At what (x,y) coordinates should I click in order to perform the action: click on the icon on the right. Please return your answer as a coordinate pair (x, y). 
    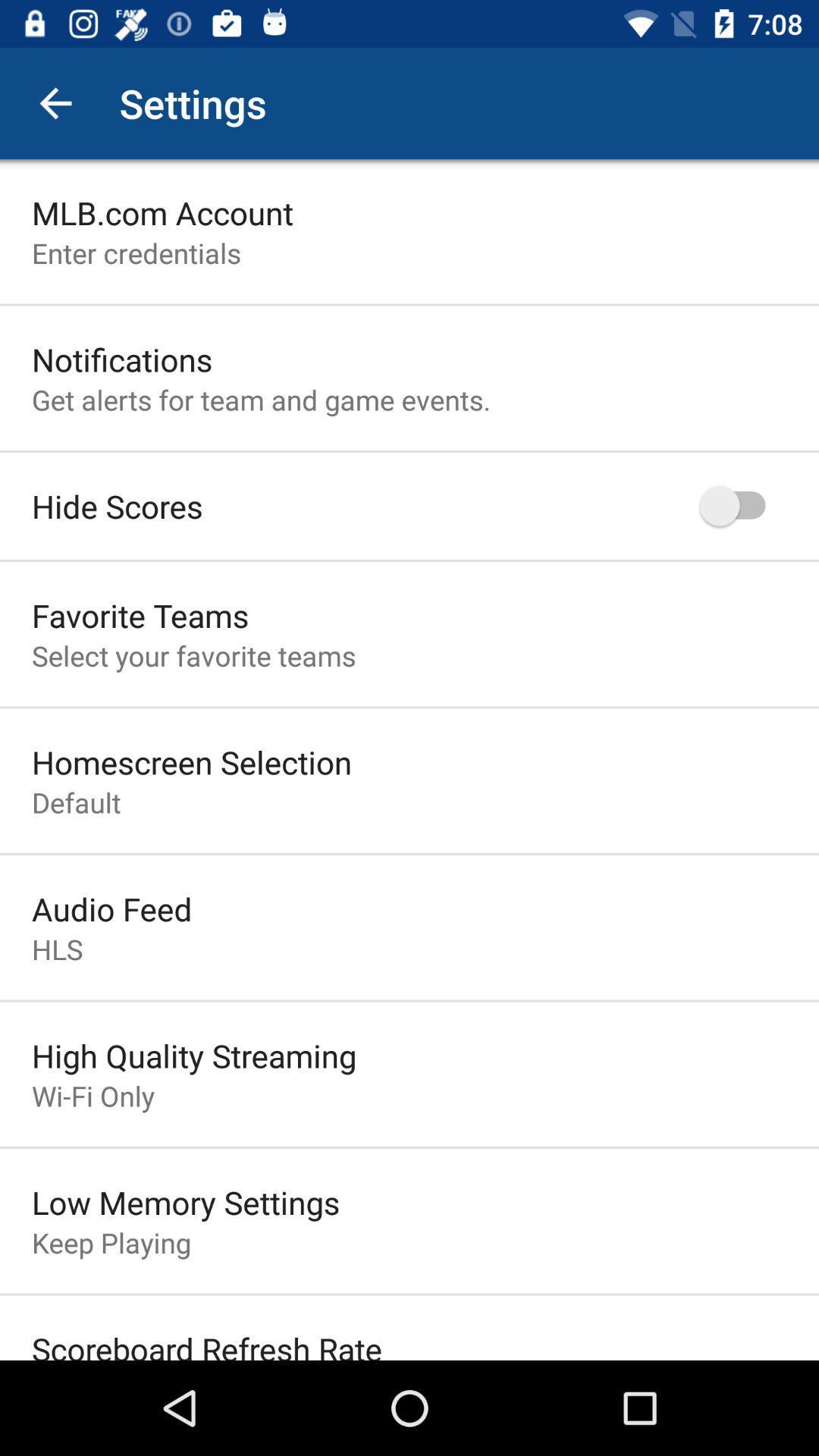
    Looking at the image, I should click on (739, 506).